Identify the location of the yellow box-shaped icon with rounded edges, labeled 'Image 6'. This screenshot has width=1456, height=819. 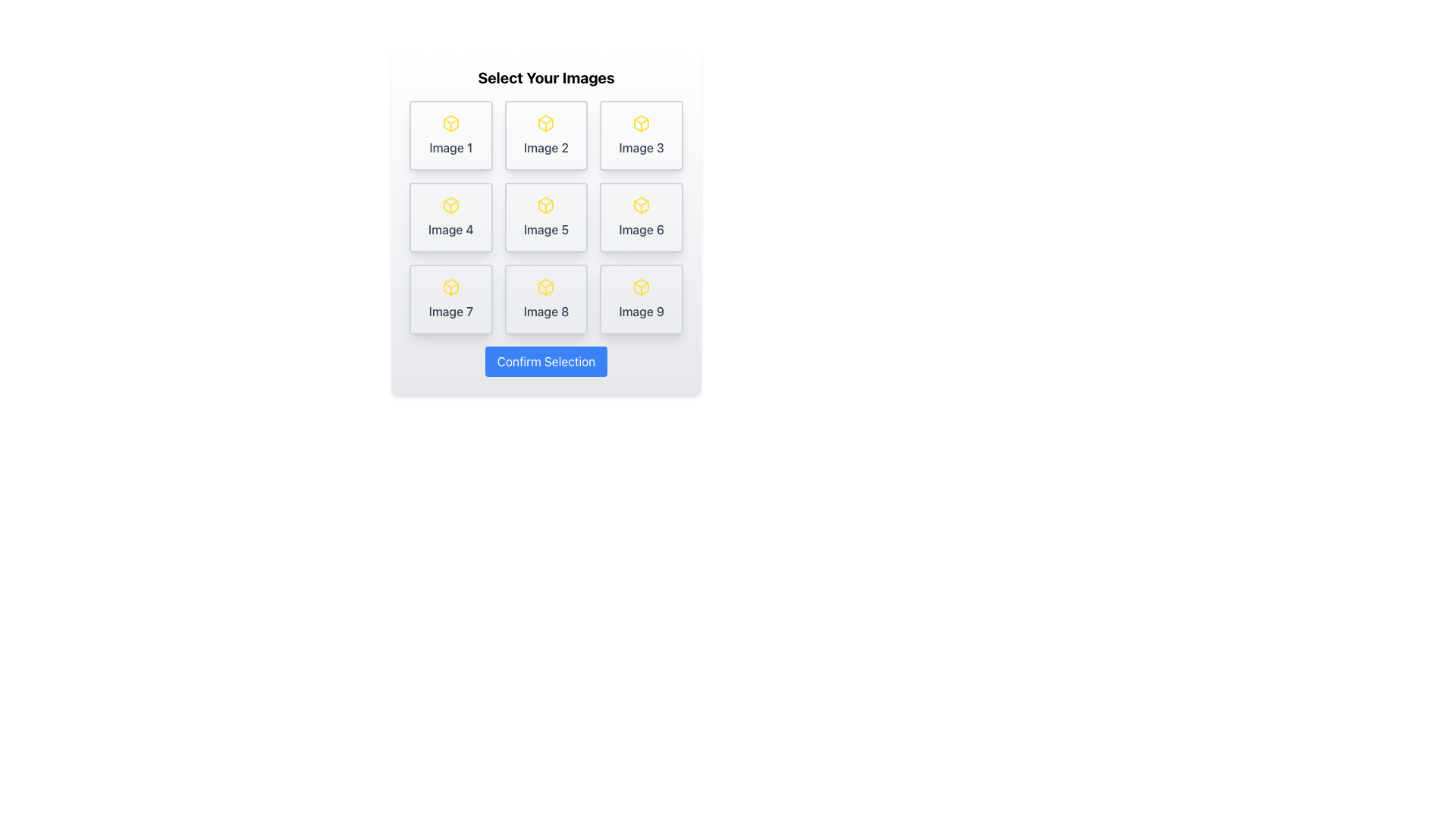
(642, 205).